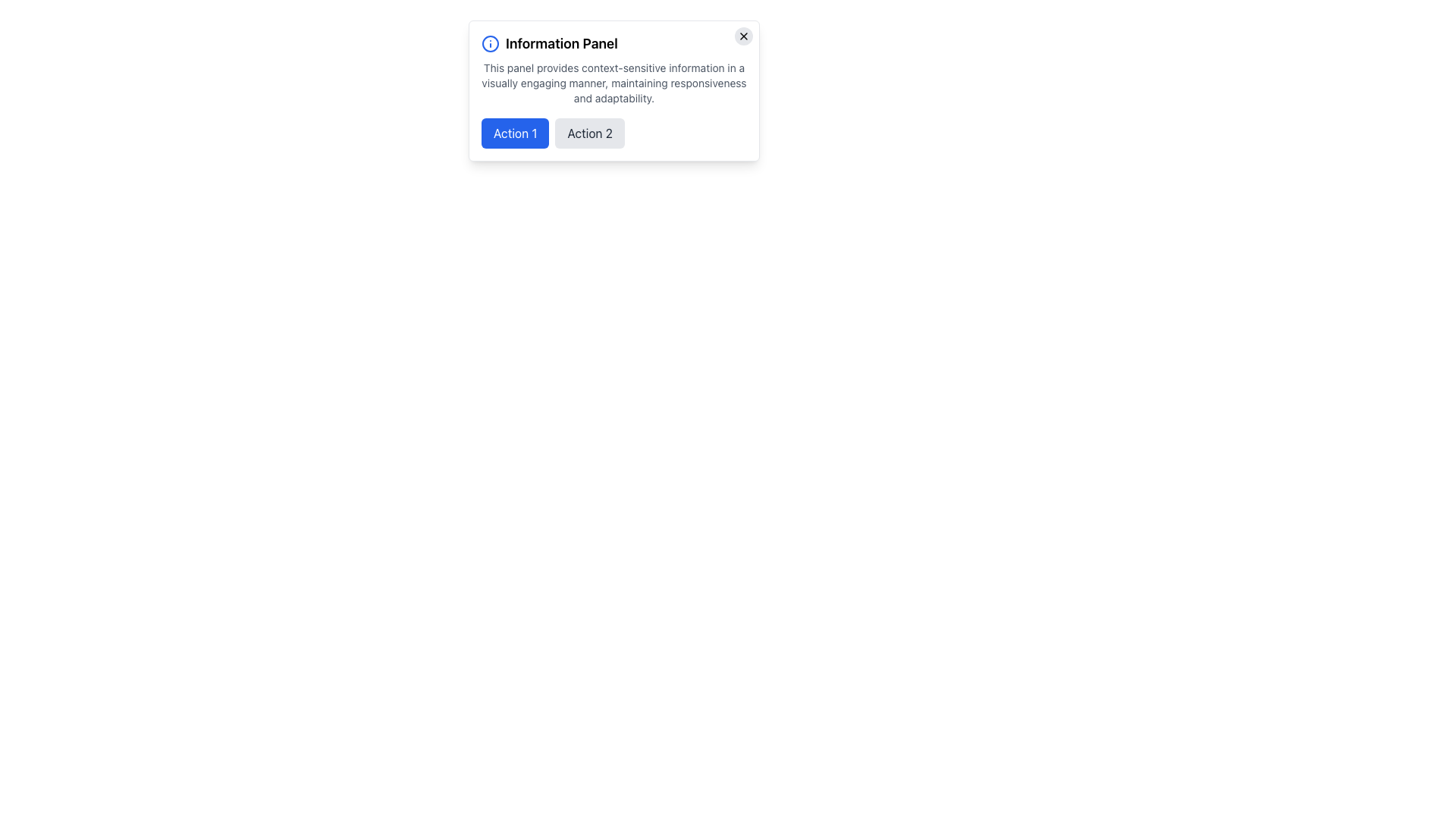 The width and height of the screenshot is (1456, 819). What do you see at coordinates (743, 35) in the screenshot?
I see `the close button represented by an 'X' icon located in the top-right corner of the informational panel` at bounding box center [743, 35].